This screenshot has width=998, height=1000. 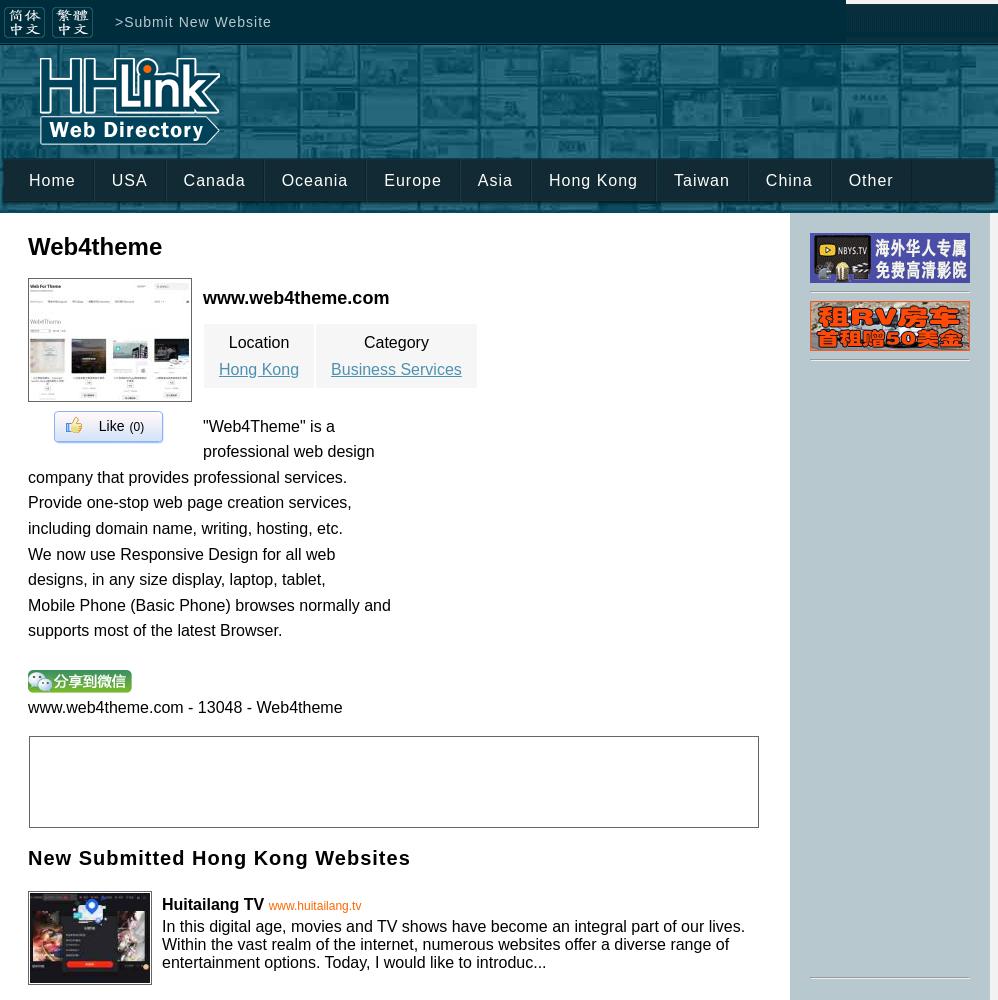 What do you see at coordinates (869, 180) in the screenshot?
I see `'Other'` at bounding box center [869, 180].